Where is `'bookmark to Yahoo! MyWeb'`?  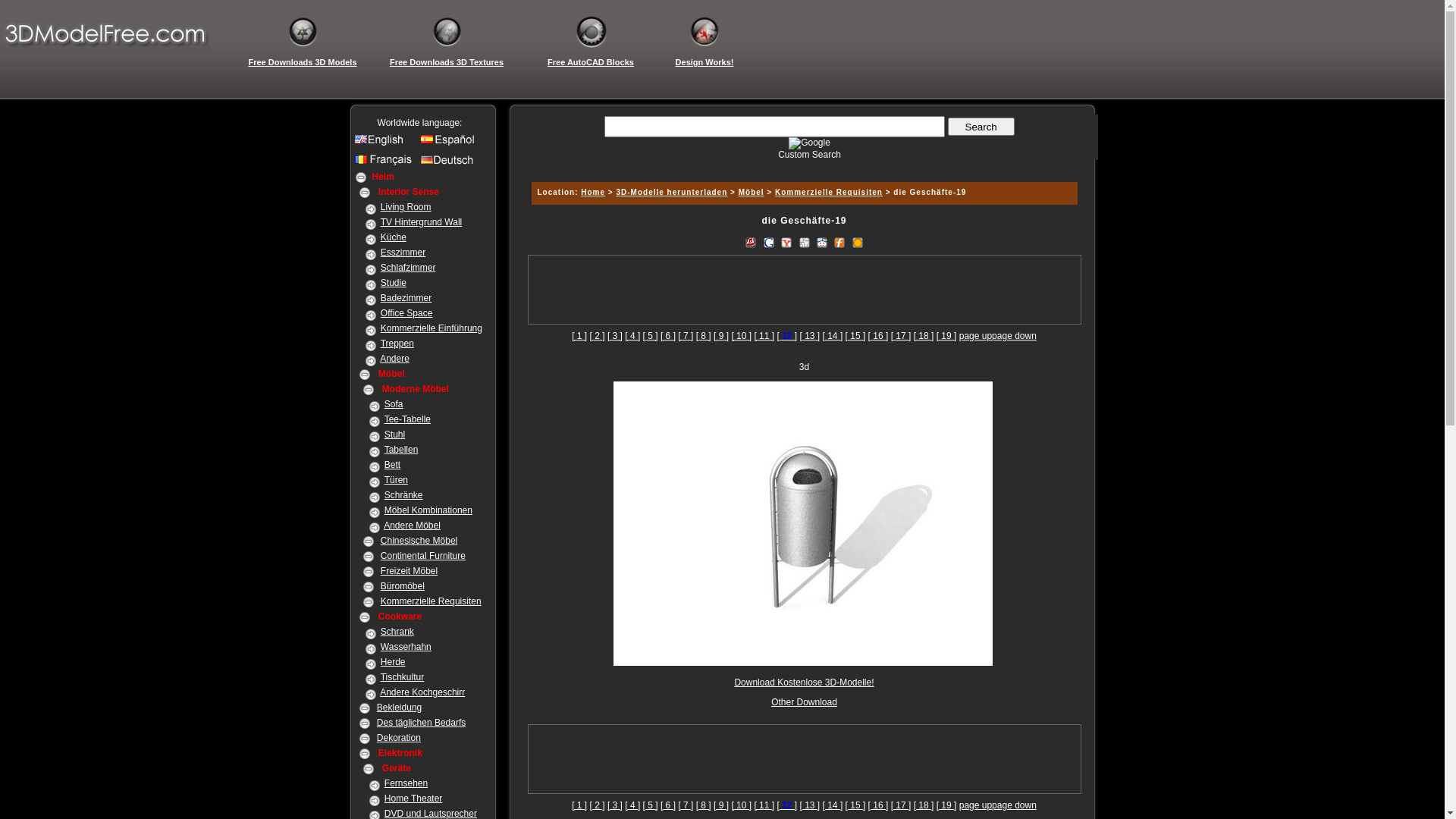
'bookmark to Yahoo! MyWeb' is located at coordinates (786, 241).